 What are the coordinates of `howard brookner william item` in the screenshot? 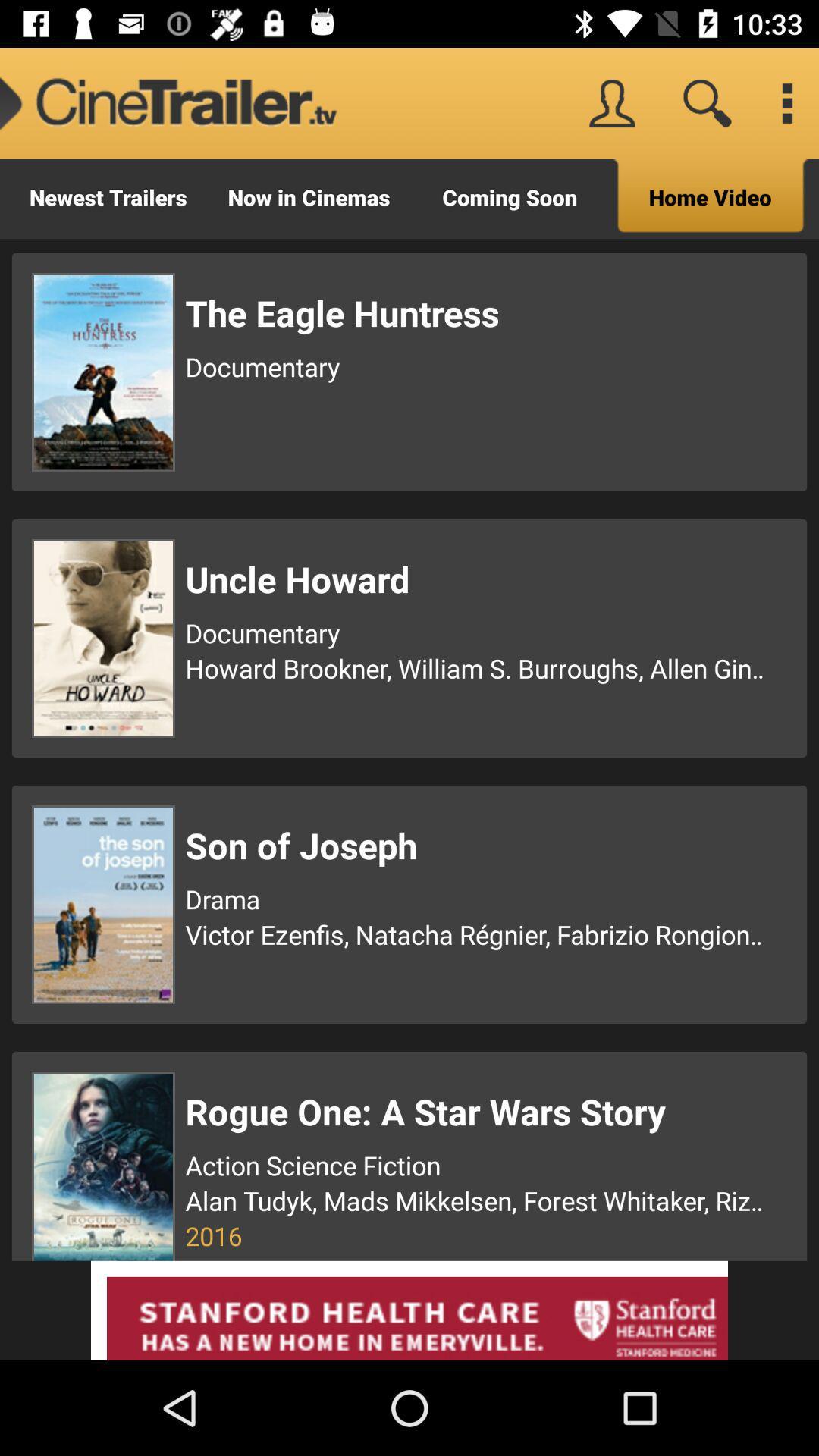 It's located at (476, 667).